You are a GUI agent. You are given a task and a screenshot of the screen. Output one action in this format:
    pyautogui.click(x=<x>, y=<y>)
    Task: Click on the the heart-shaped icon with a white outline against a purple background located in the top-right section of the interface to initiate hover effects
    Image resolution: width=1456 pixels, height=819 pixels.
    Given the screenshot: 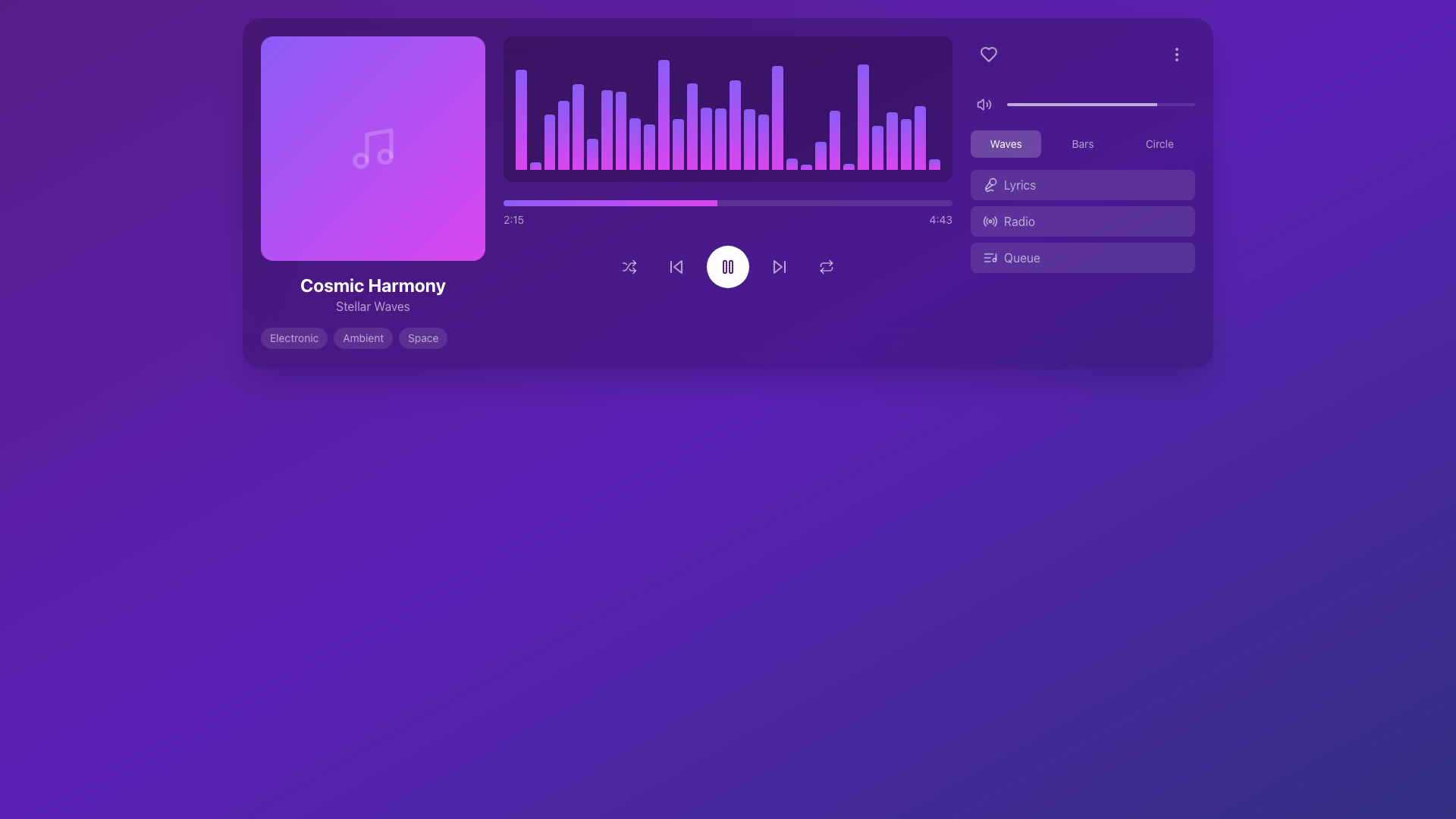 What is the action you would take?
    pyautogui.click(x=989, y=54)
    